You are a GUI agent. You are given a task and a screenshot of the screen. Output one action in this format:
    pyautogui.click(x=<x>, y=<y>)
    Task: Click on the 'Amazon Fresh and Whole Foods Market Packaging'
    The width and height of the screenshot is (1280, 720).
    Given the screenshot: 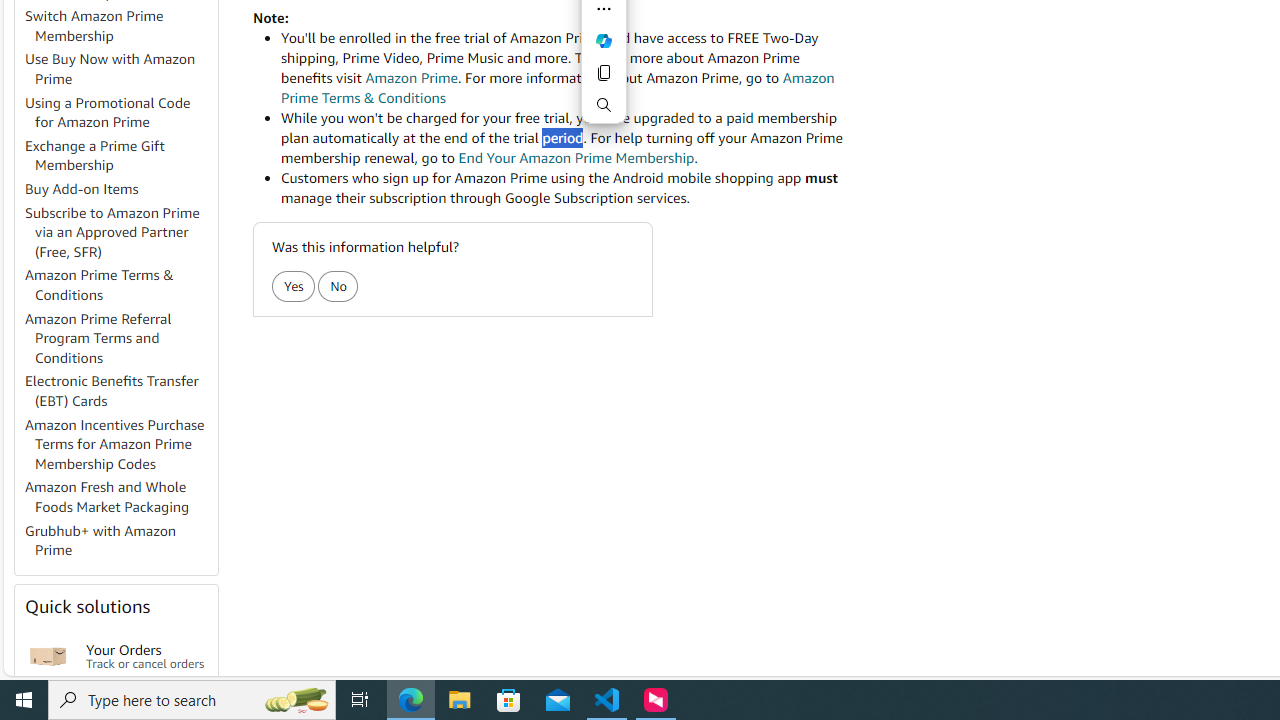 What is the action you would take?
    pyautogui.click(x=106, y=496)
    